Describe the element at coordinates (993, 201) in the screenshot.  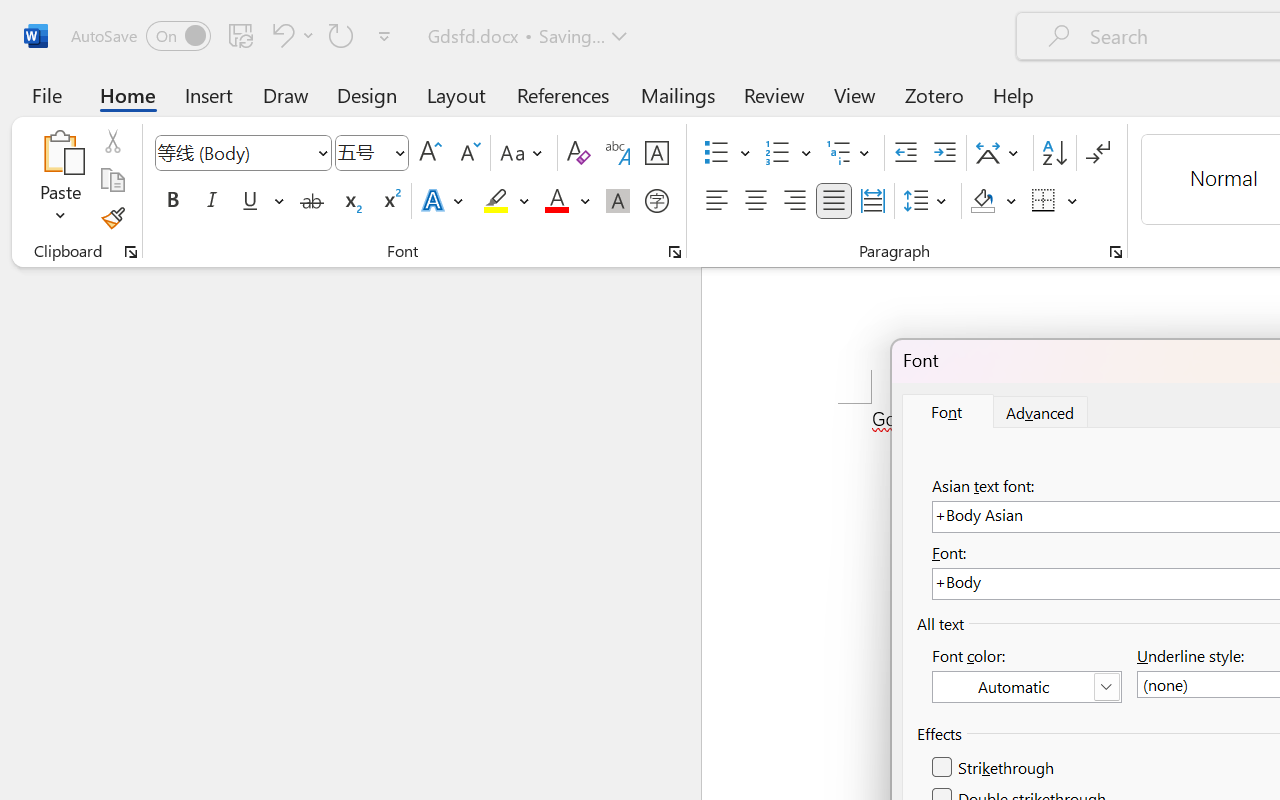
I see `'Shading'` at that location.